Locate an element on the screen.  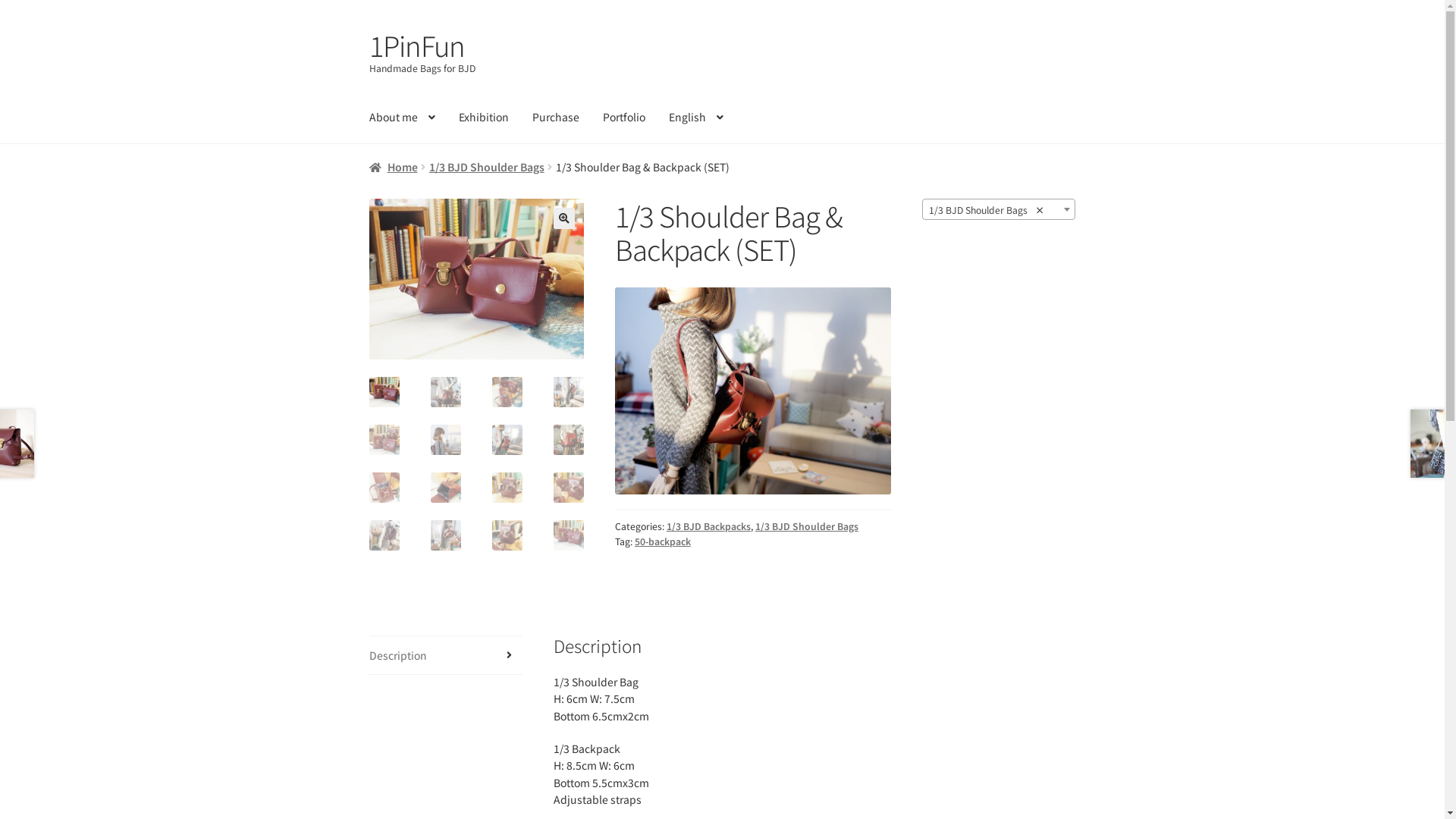
'1/3 BJD Shoulder Bags' is located at coordinates (487, 166).